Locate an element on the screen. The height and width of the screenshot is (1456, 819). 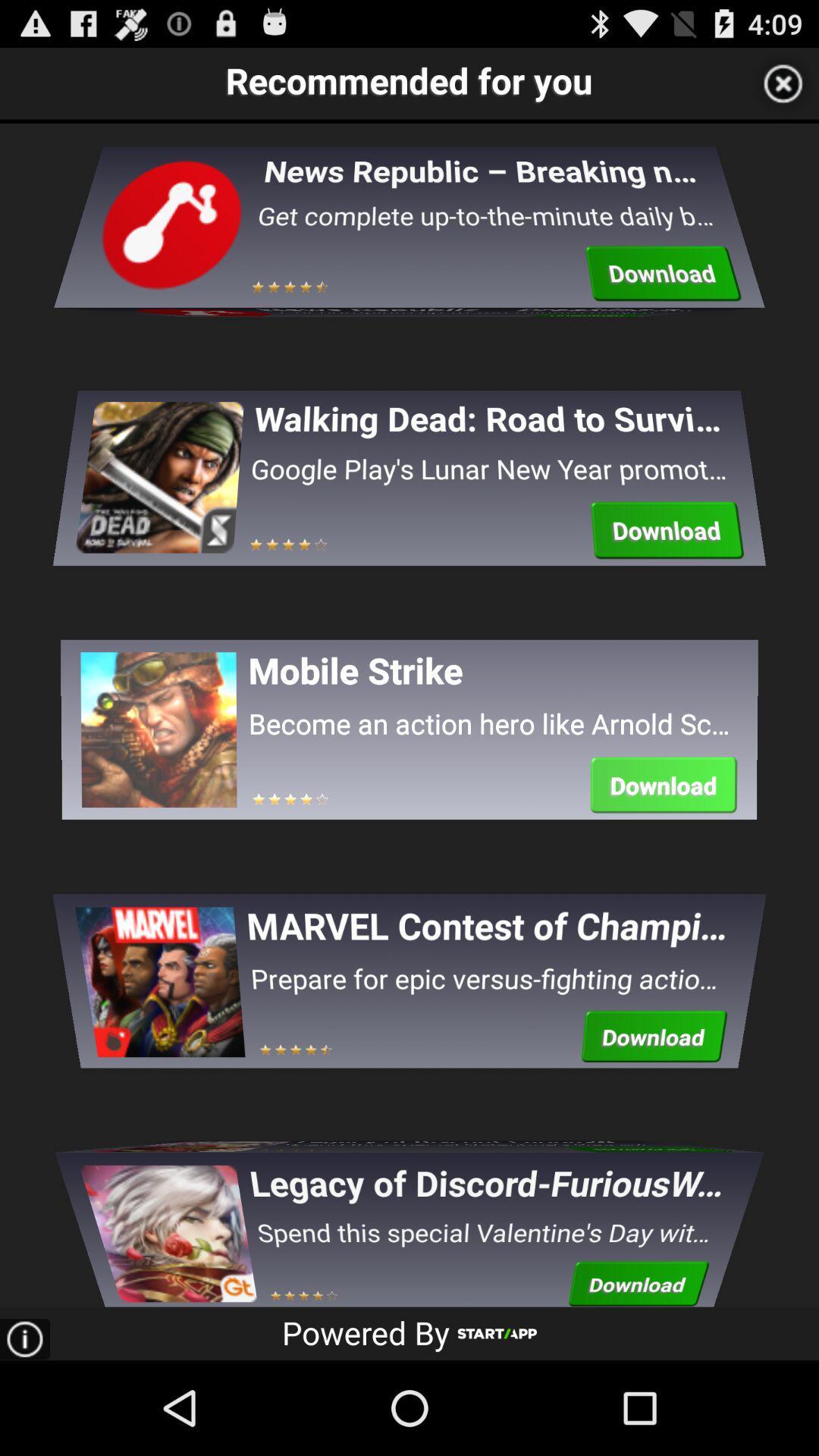
the close icon is located at coordinates (783, 89).